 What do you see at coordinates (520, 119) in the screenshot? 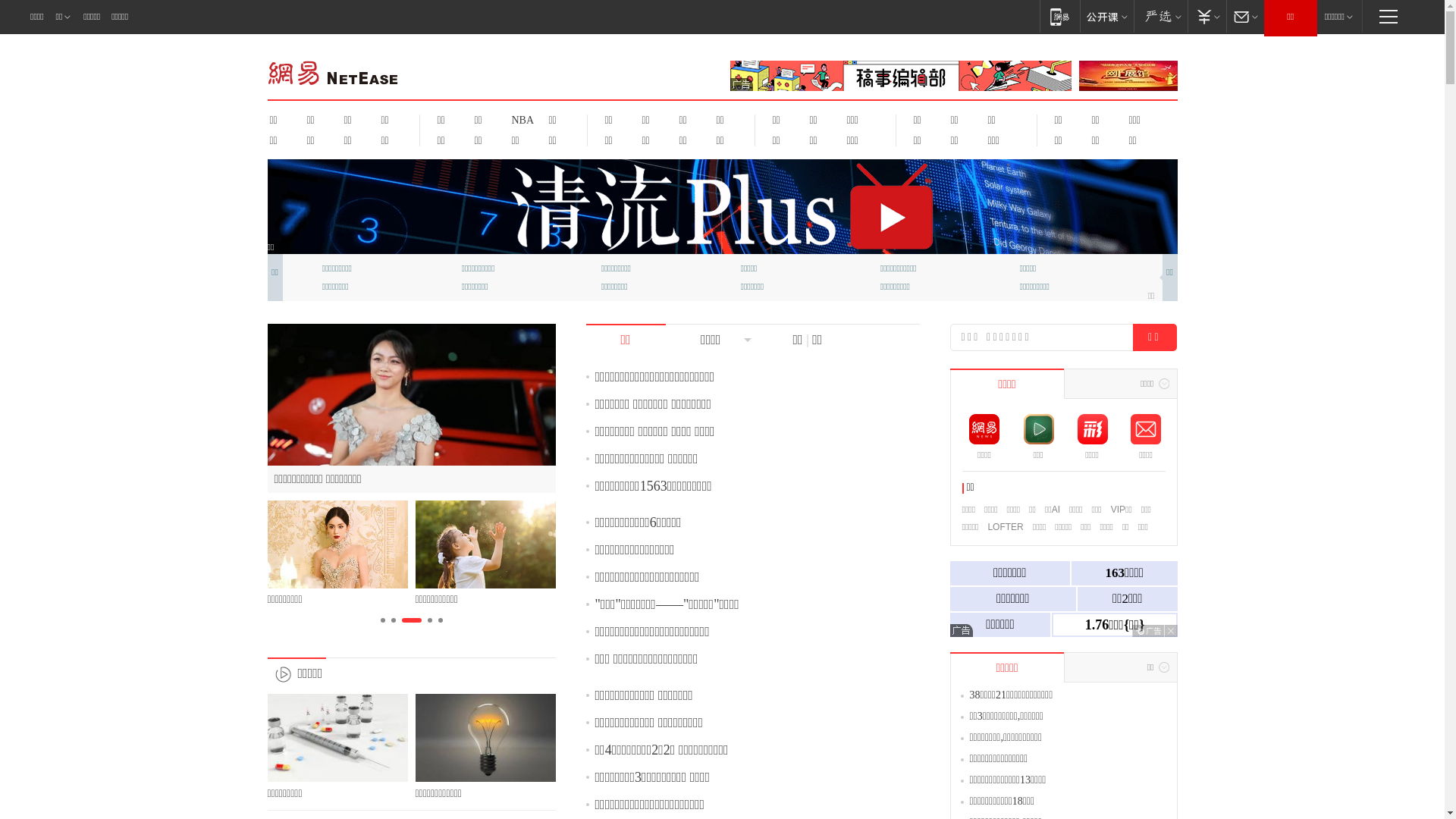
I see `'NBA'` at bounding box center [520, 119].